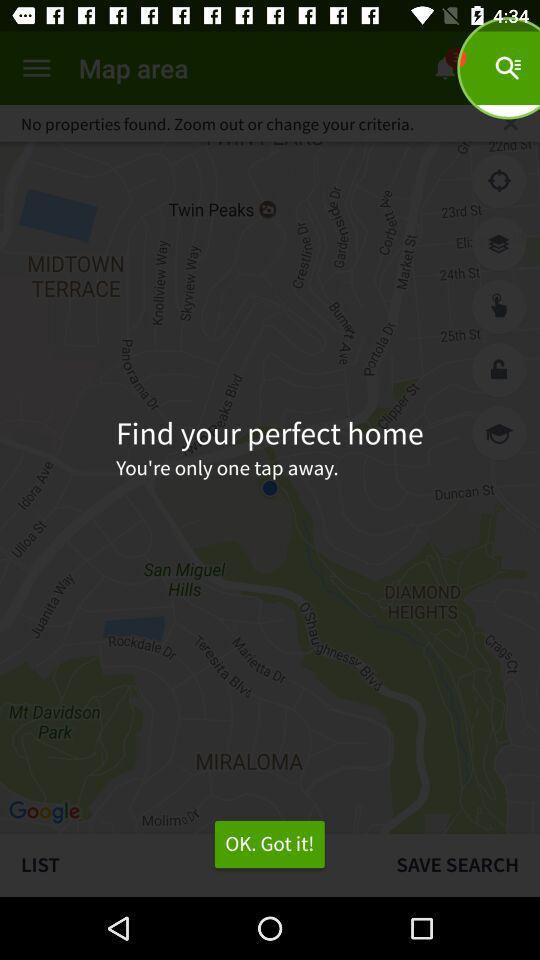  I want to click on the ok. got it! icon, so click(269, 843).